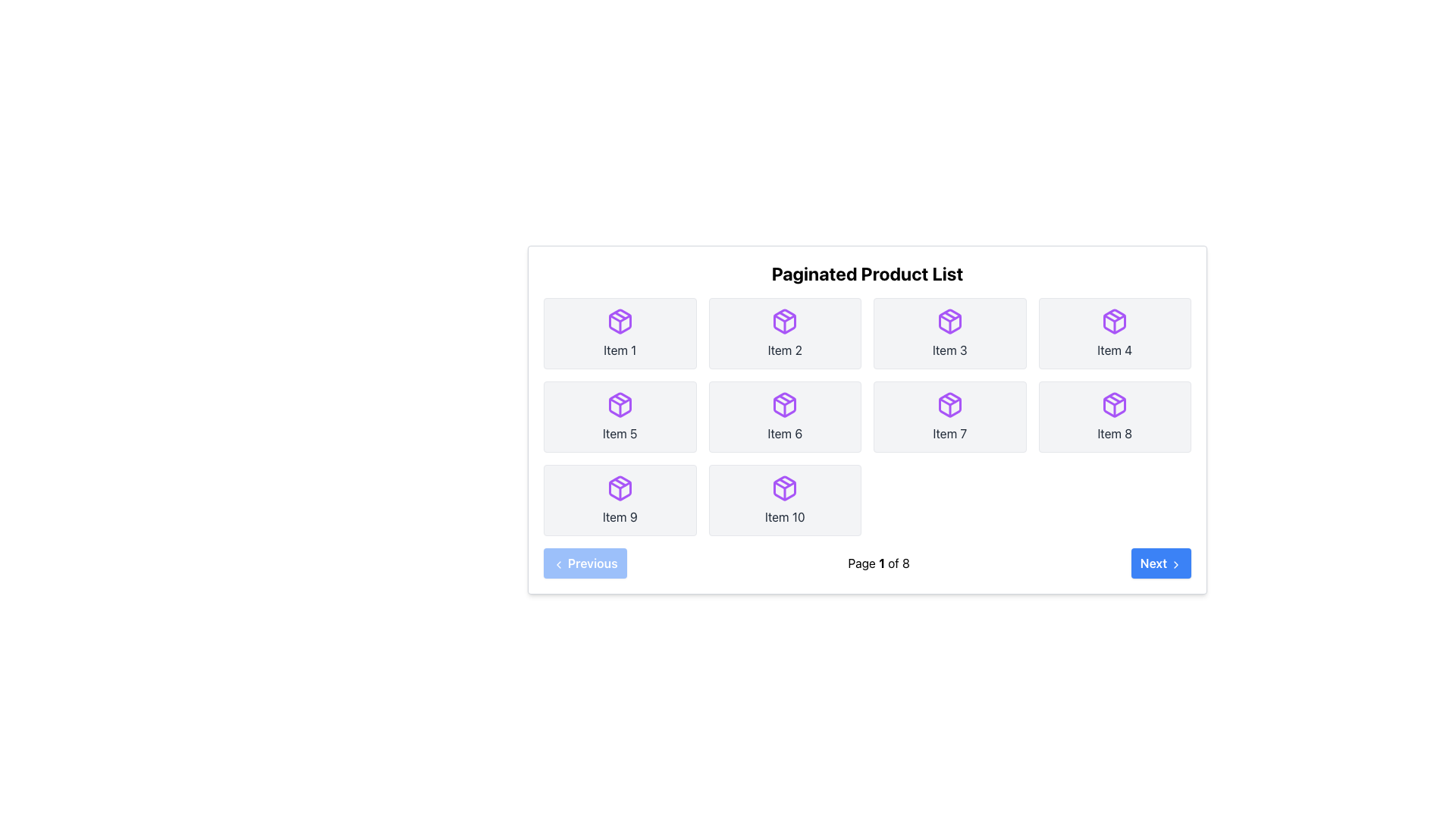 The image size is (1456, 819). I want to click on the text label displaying 'Item 7', which is centered below a purple package icon in the grid layout under 'Paginated Product List', so click(949, 433).